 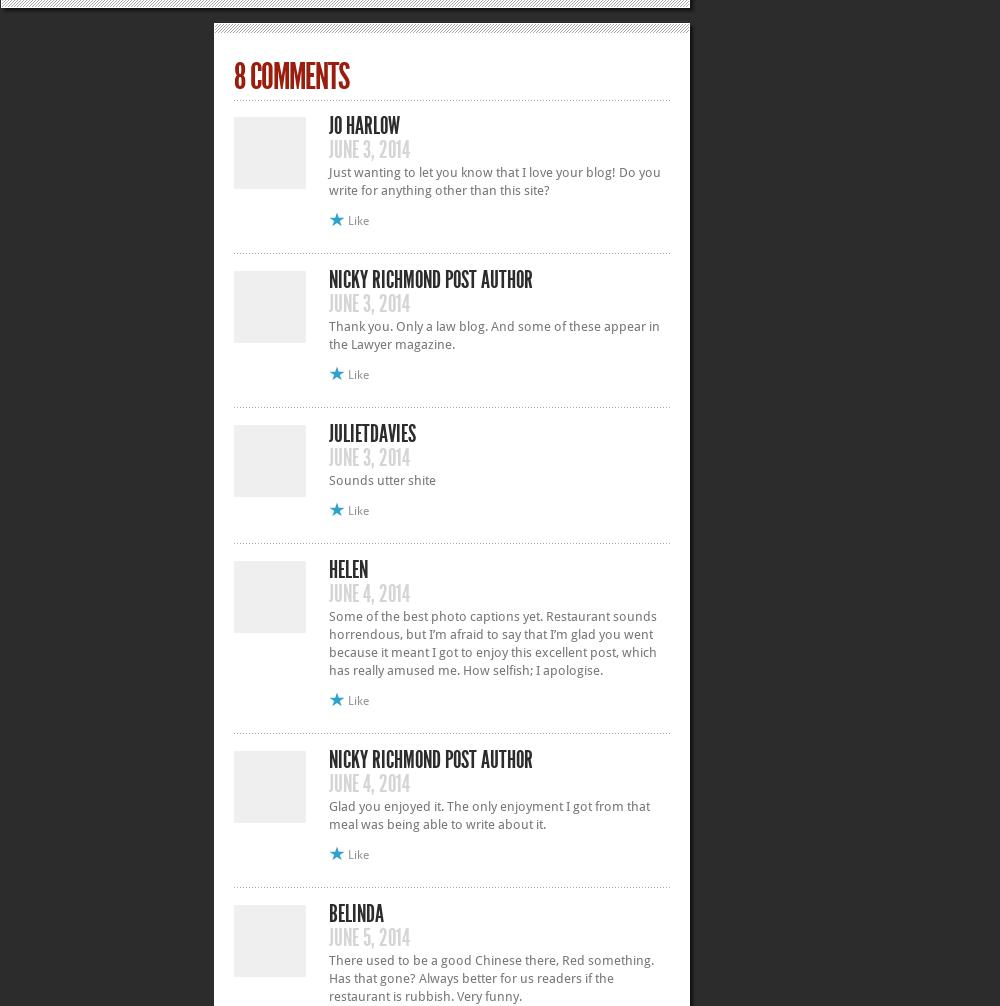 What do you see at coordinates (494, 180) in the screenshot?
I see `'Just wanting to let you know that I love your blog! Do you write for anything other than this site?'` at bounding box center [494, 180].